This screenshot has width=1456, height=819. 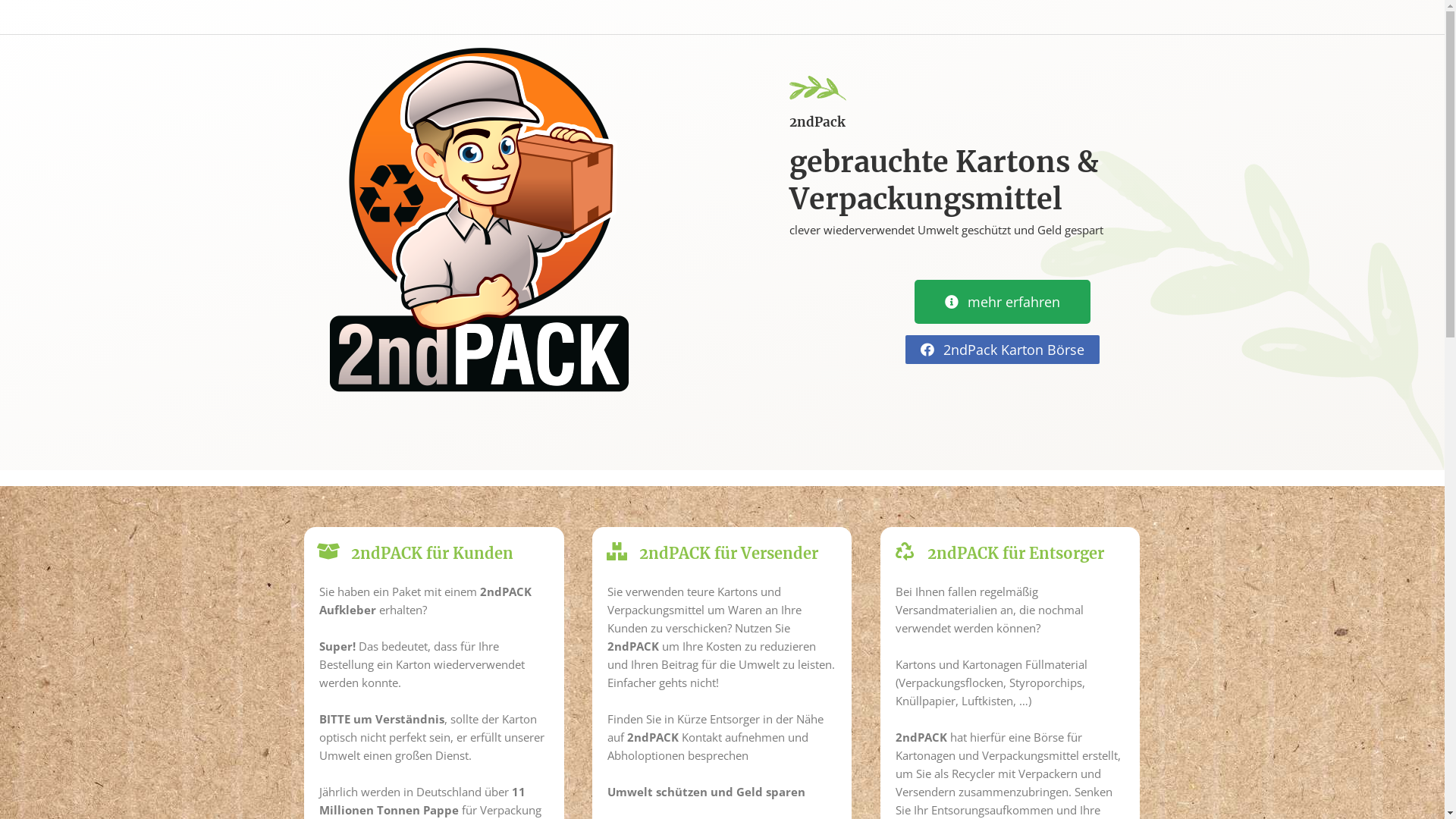 What do you see at coordinates (1002, 301) in the screenshot?
I see `'mehr erfahren'` at bounding box center [1002, 301].